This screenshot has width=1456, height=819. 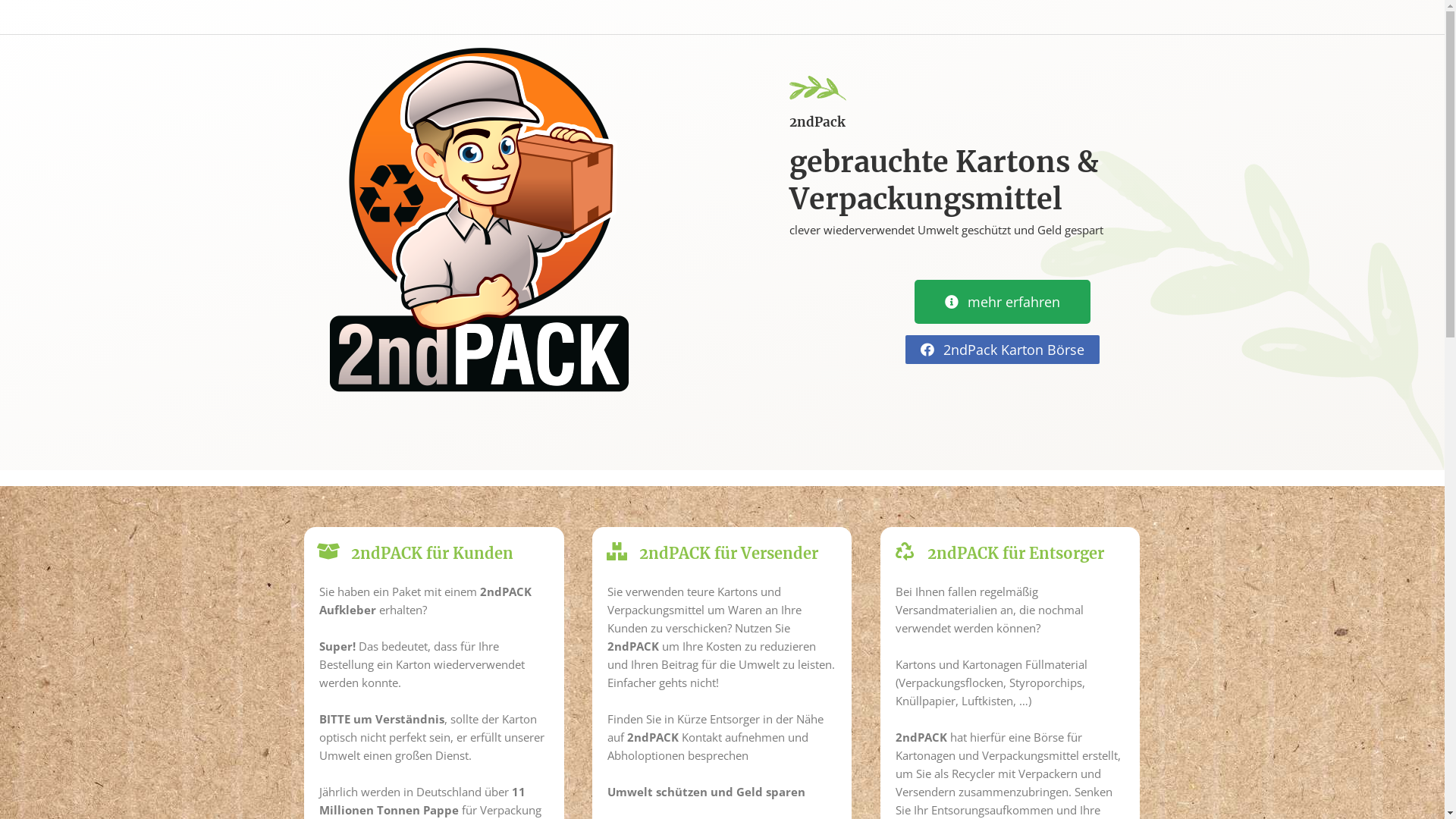 What do you see at coordinates (1002, 301) in the screenshot?
I see `'mehr erfahren'` at bounding box center [1002, 301].